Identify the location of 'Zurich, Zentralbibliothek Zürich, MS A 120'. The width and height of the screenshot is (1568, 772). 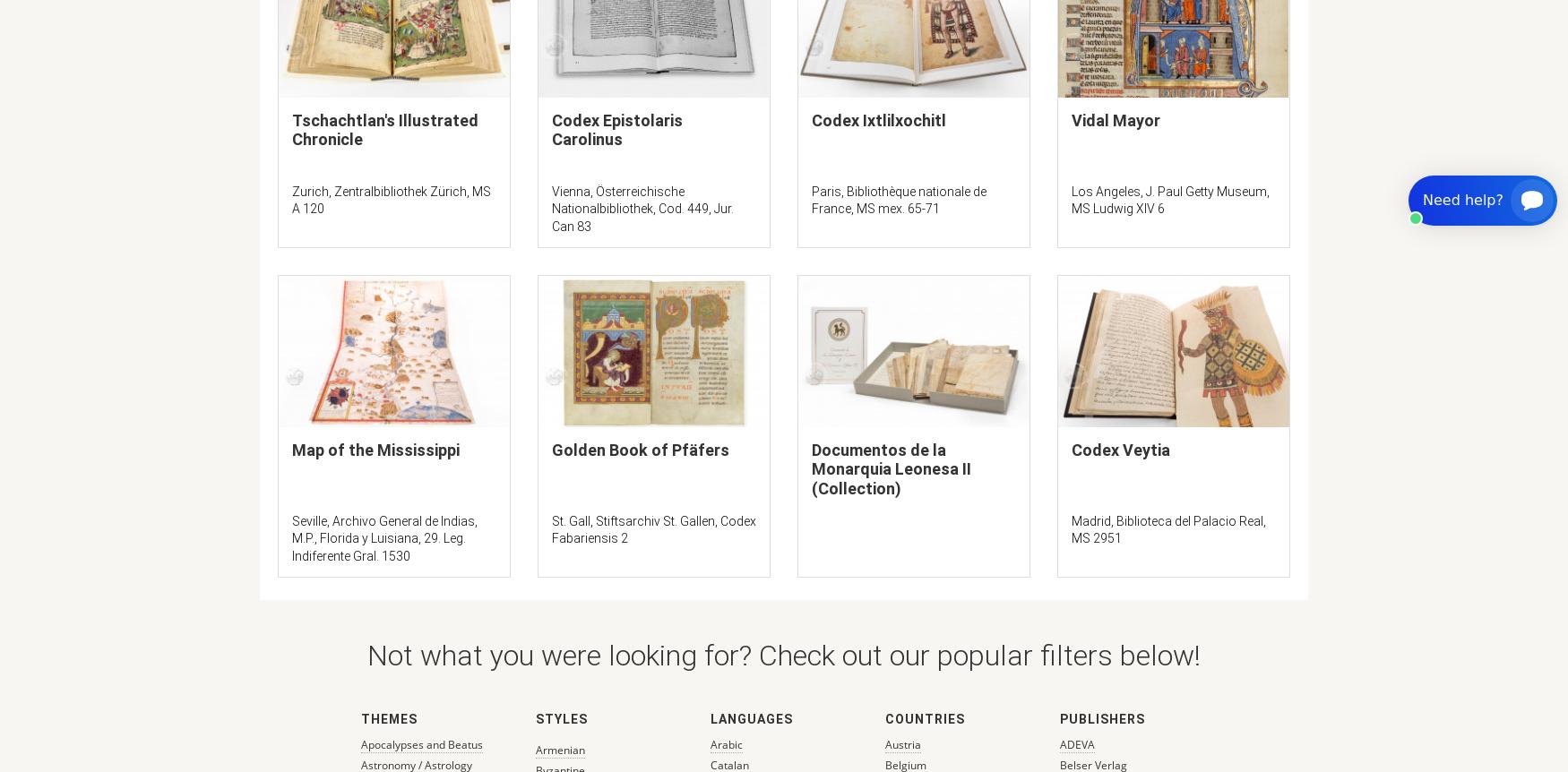
(390, 198).